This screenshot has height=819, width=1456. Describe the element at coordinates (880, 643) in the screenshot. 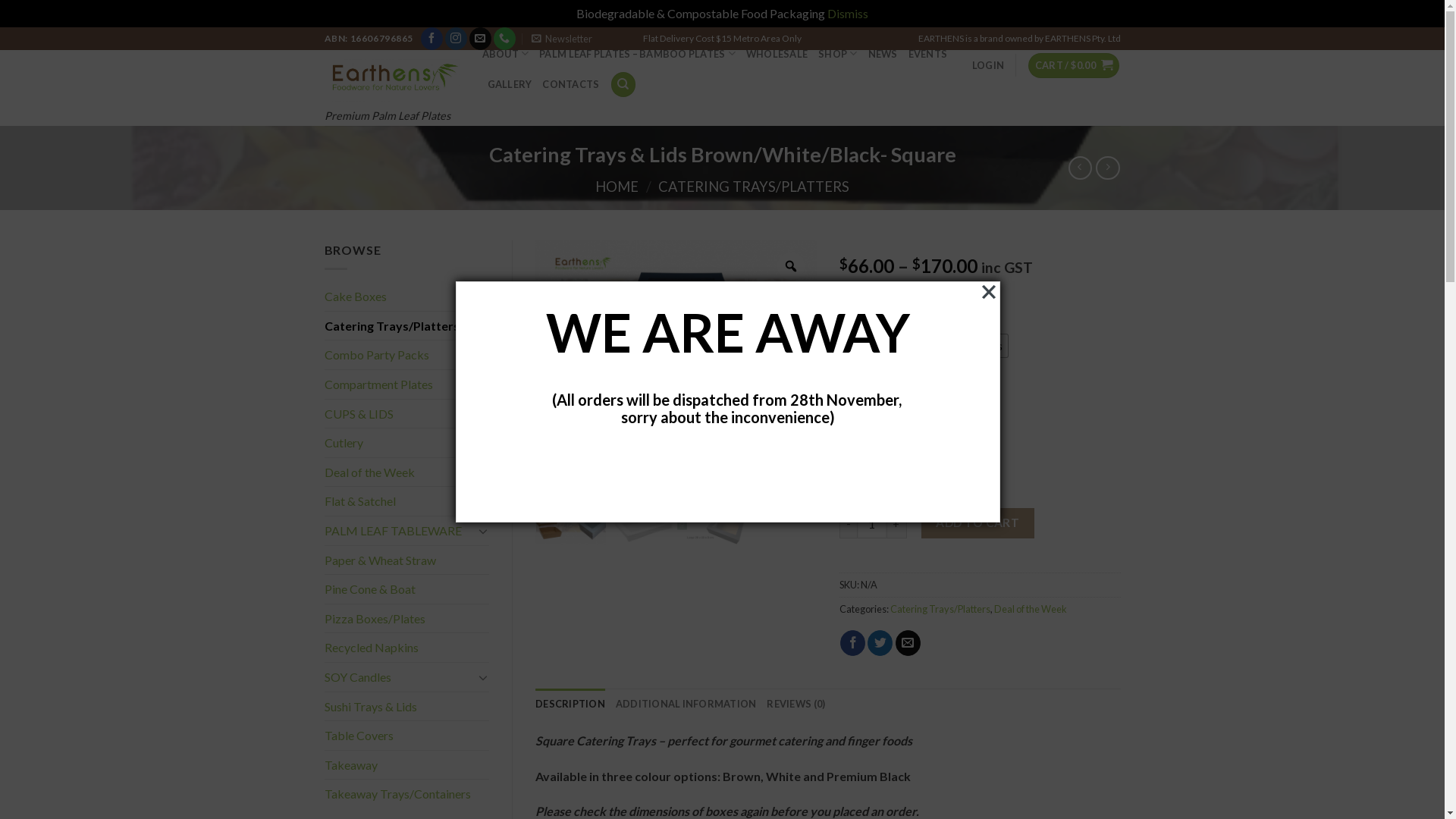

I see `'Share on Twitter'` at that location.